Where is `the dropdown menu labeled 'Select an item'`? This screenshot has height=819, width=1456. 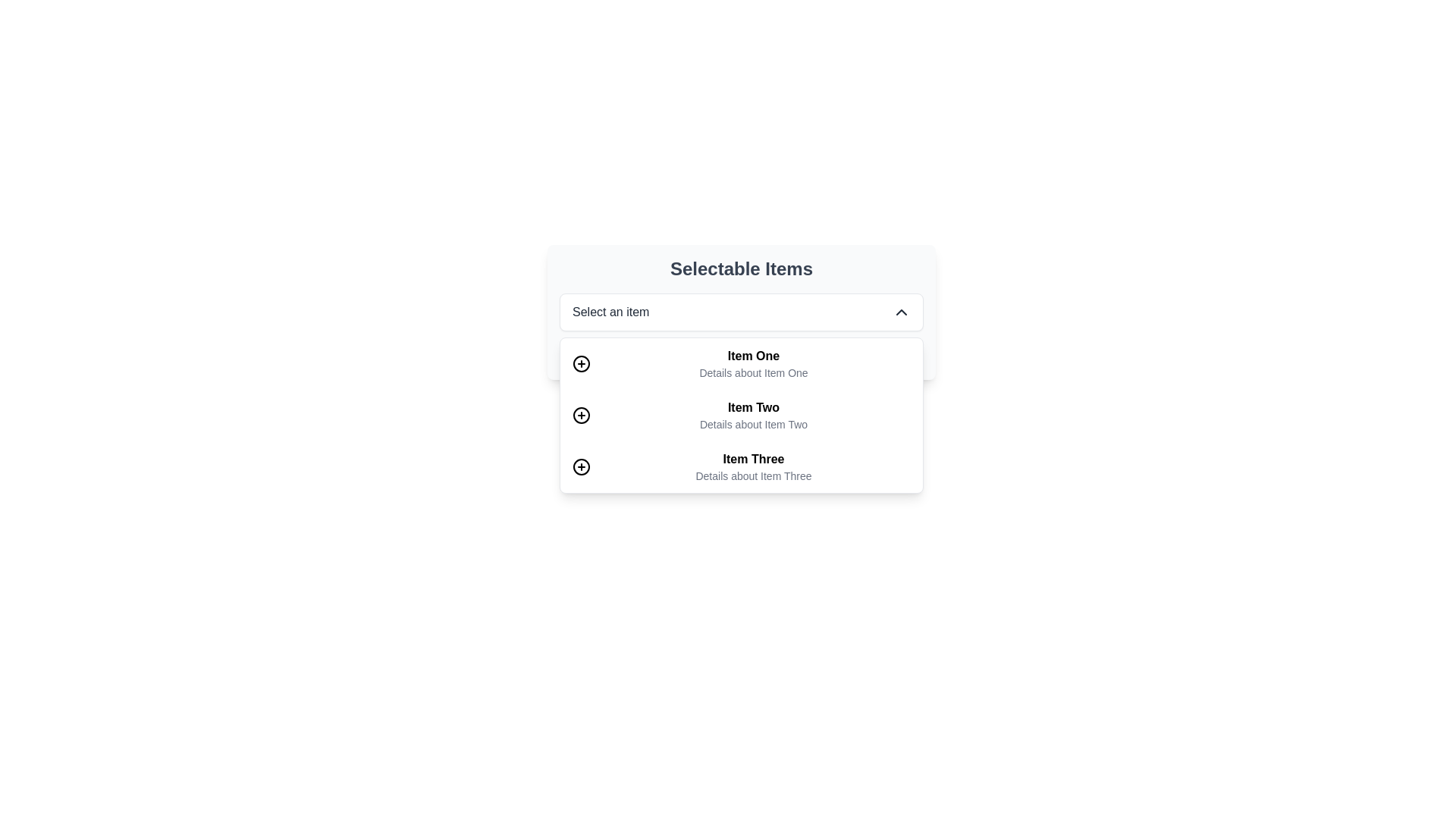 the dropdown menu labeled 'Select an item' is located at coordinates (742, 312).